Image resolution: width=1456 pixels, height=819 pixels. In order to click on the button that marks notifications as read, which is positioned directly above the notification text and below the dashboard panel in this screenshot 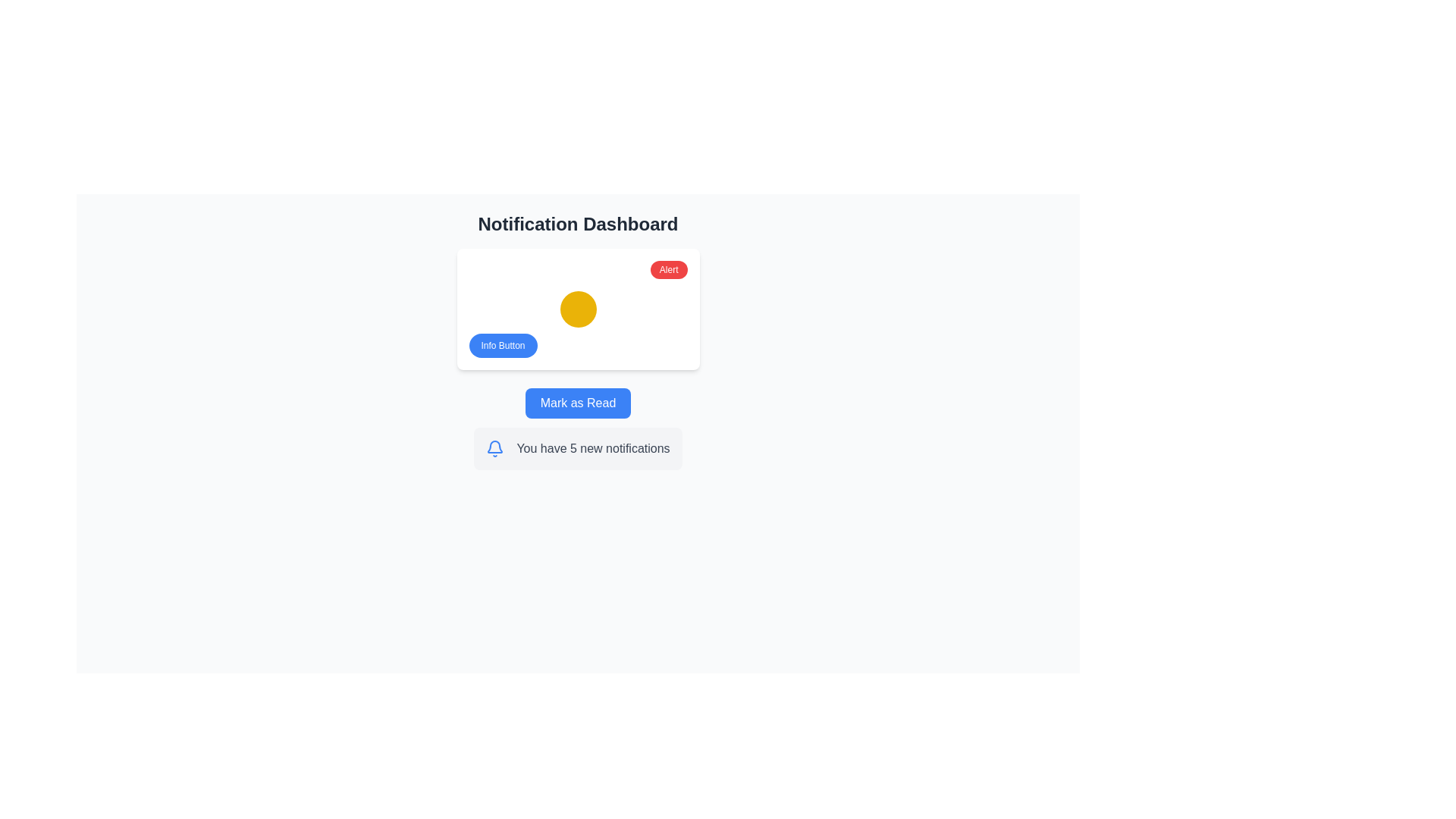, I will do `click(577, 403)`.